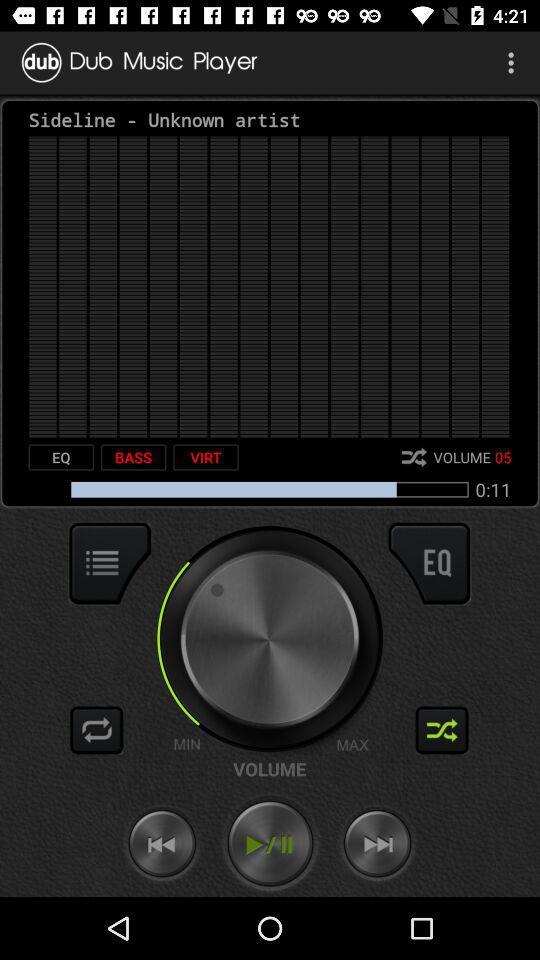 This screenshot has height=960, width=540. What do you see at coordinates (270, 843) in the screenshot?
I see `this is a used to music player` at bounding box center [270, 843].